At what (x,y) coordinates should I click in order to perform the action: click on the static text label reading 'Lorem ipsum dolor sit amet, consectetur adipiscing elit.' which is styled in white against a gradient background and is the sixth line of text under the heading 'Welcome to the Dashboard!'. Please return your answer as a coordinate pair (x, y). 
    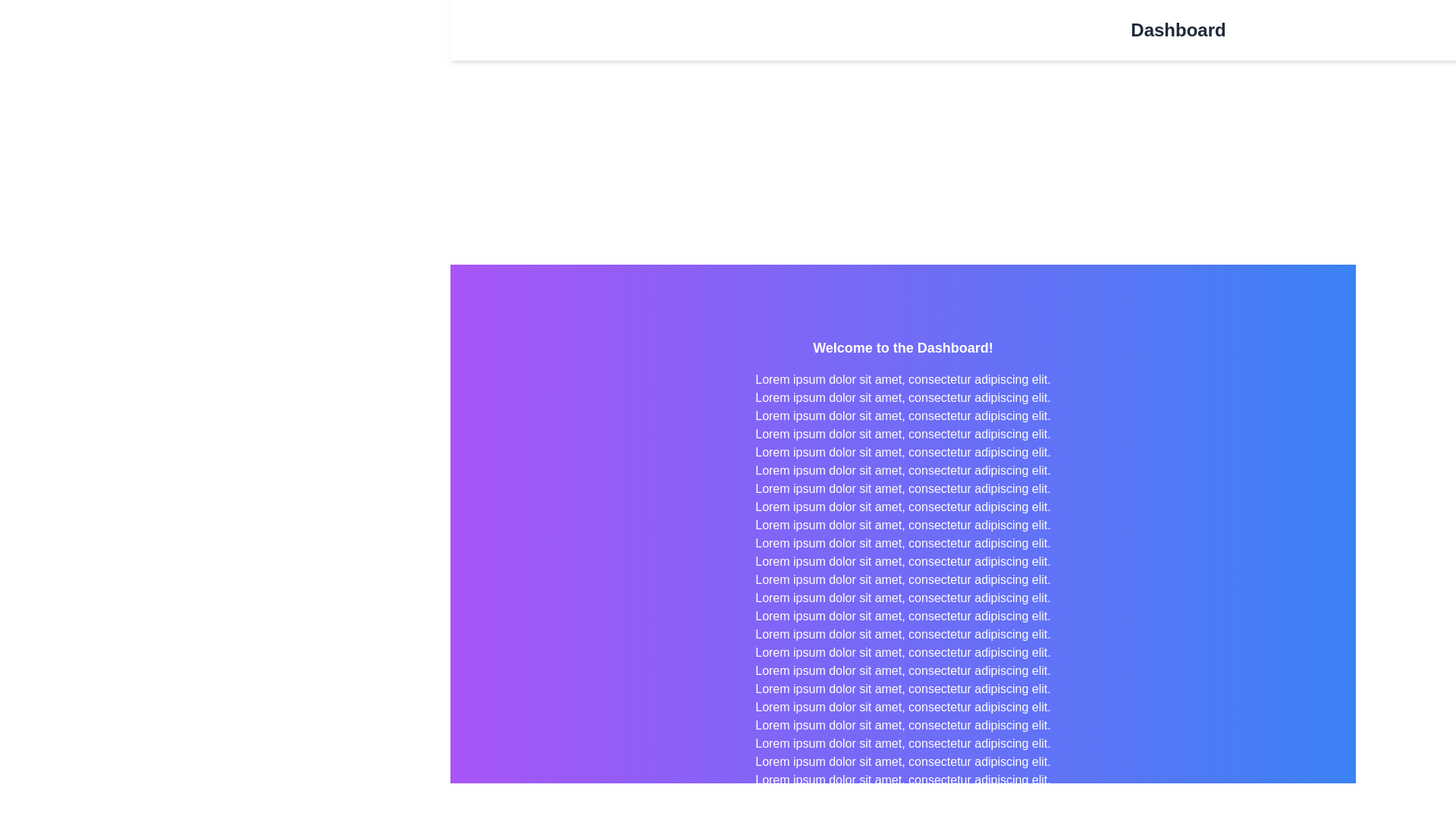
    Looking at the image, I should click on (902, 452).